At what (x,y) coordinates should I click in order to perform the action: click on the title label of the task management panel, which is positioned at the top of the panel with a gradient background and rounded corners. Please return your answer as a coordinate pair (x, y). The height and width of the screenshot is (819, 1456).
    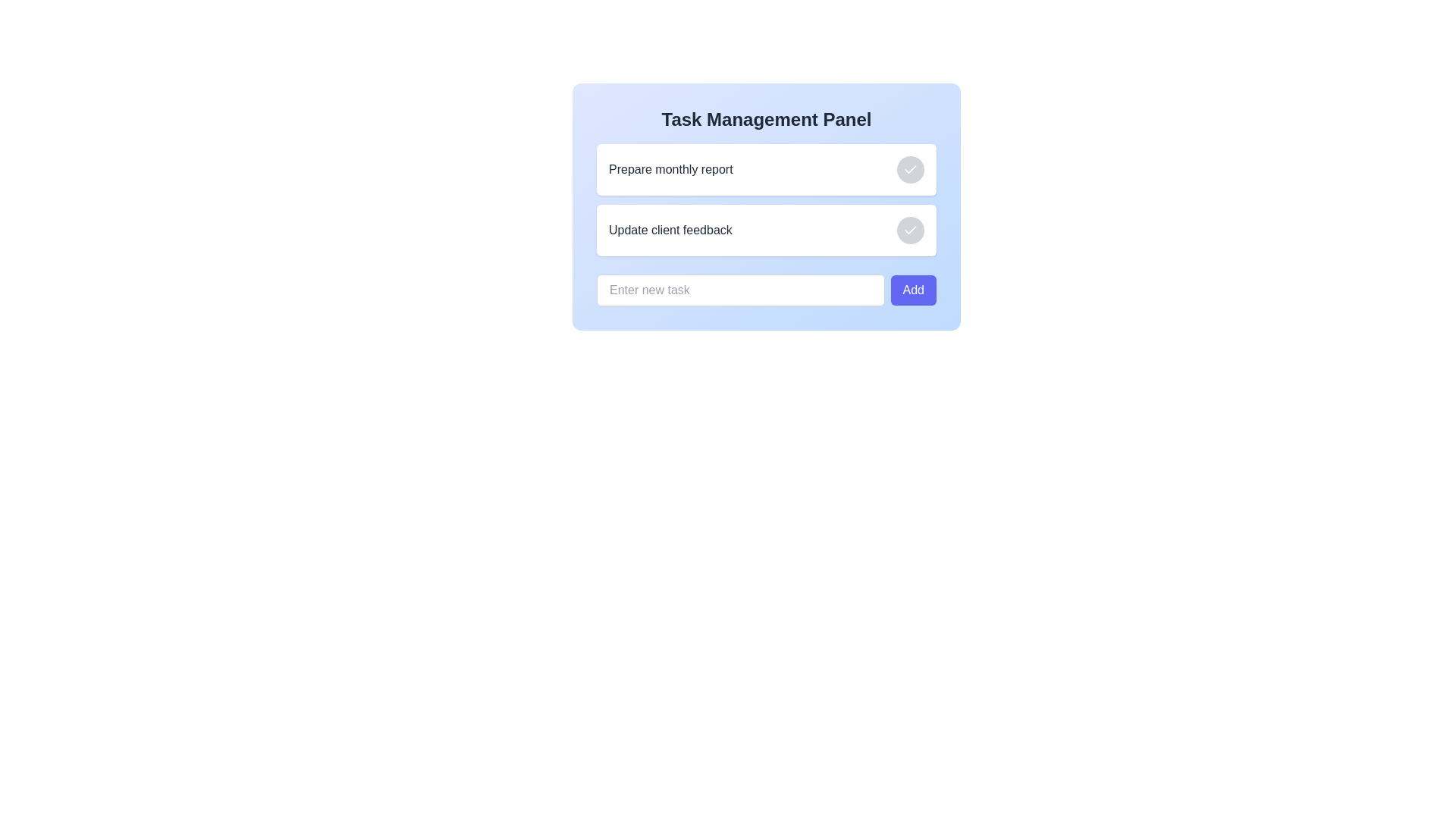
    Looking at the image, I should click on (767, 119).